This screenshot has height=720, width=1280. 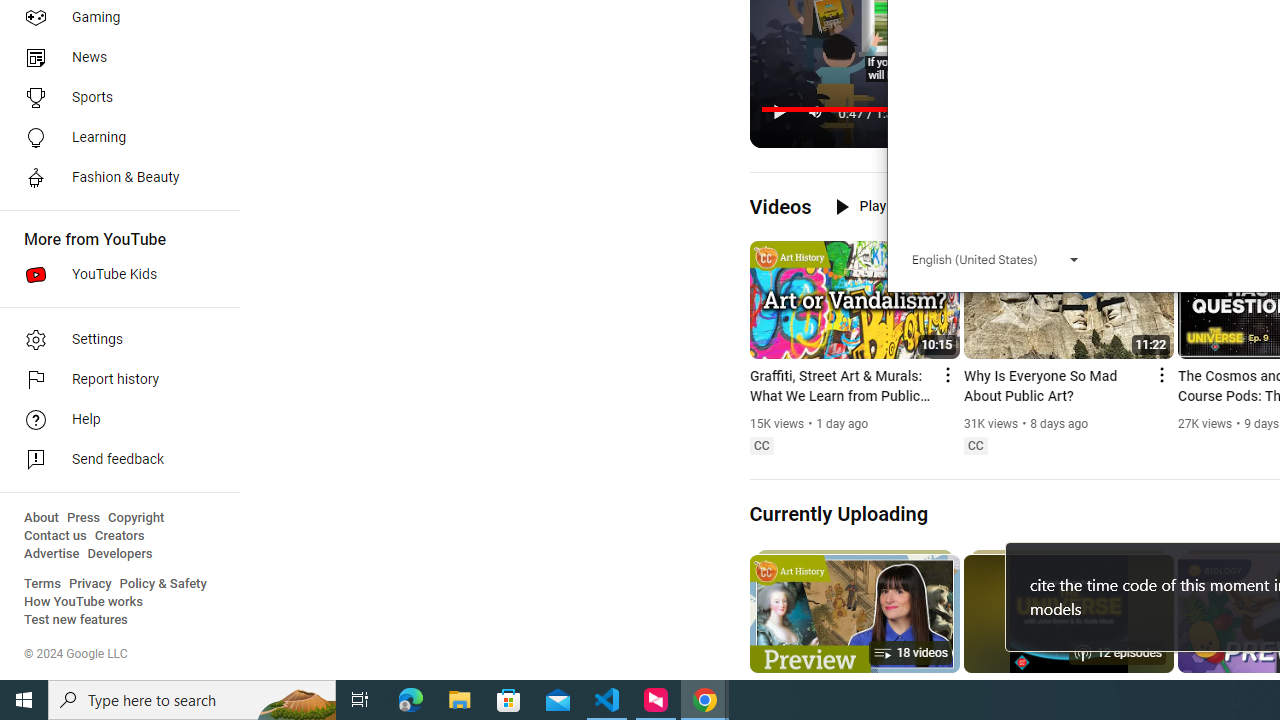 What do you see at coordinates (112, 460) in the screenshot?
I see `'Send feedback'` at bounding box center [112, 460].